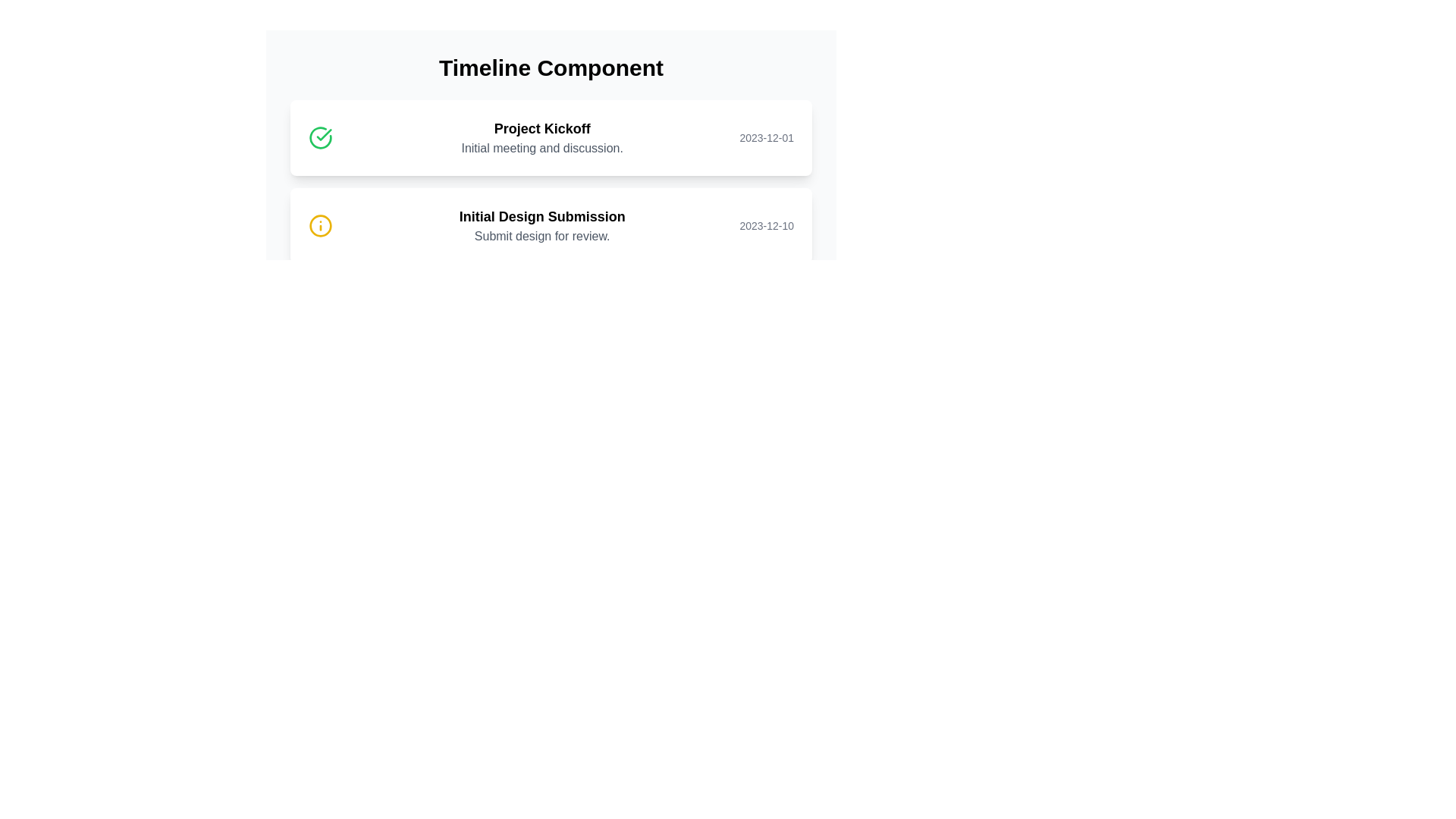  What do you see at coordinates (319, 137) in the screenshot?
I see `the icon indicating a completed milestone in the timeline, located to the left of the text 'Project KickoffInitial meeting and discussion.'` at bounding box center [319, 137].